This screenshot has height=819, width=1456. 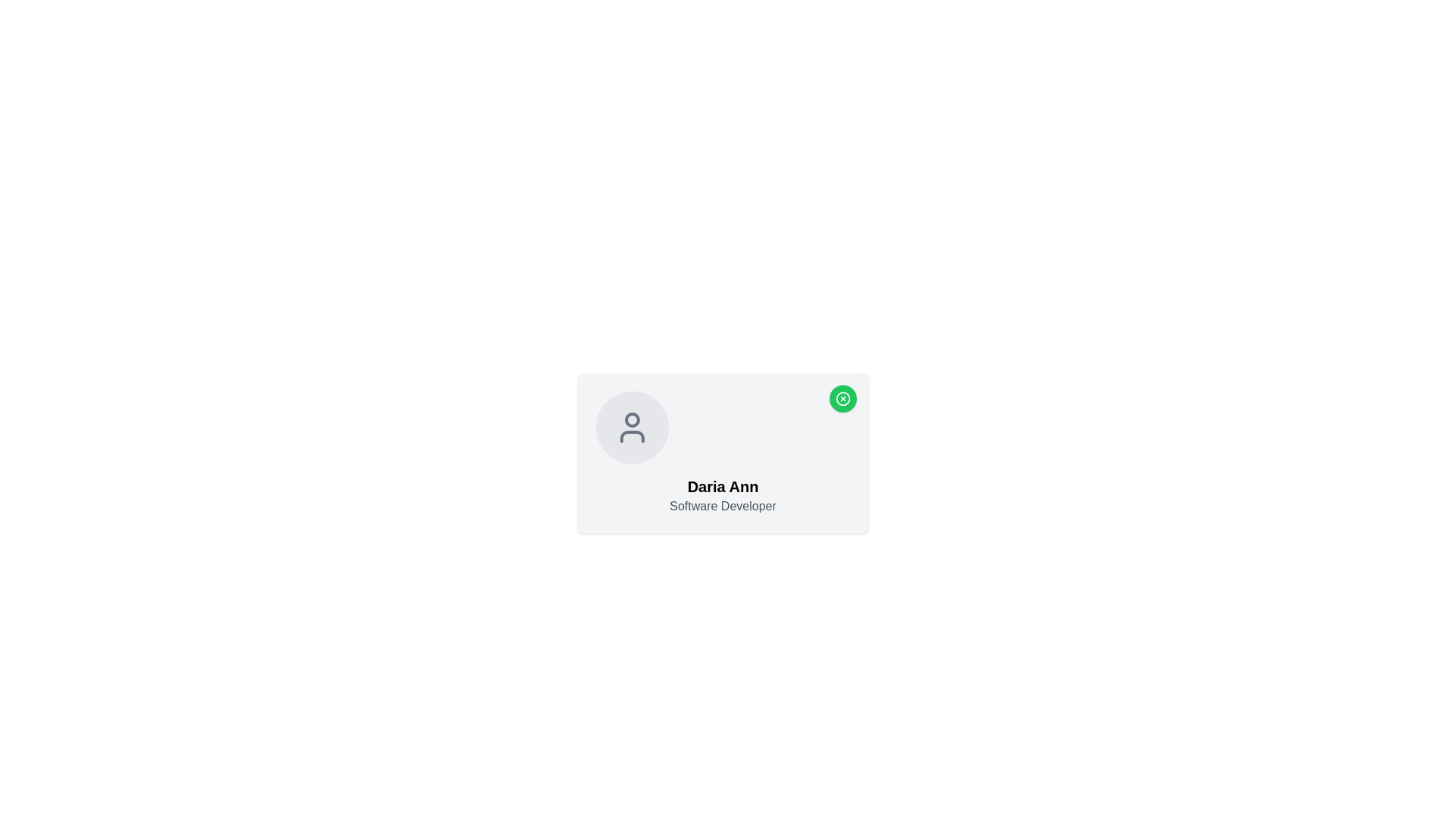 I want to click on the interactive button located at the top-right corner of the user information card, so click(x=842, y=397).